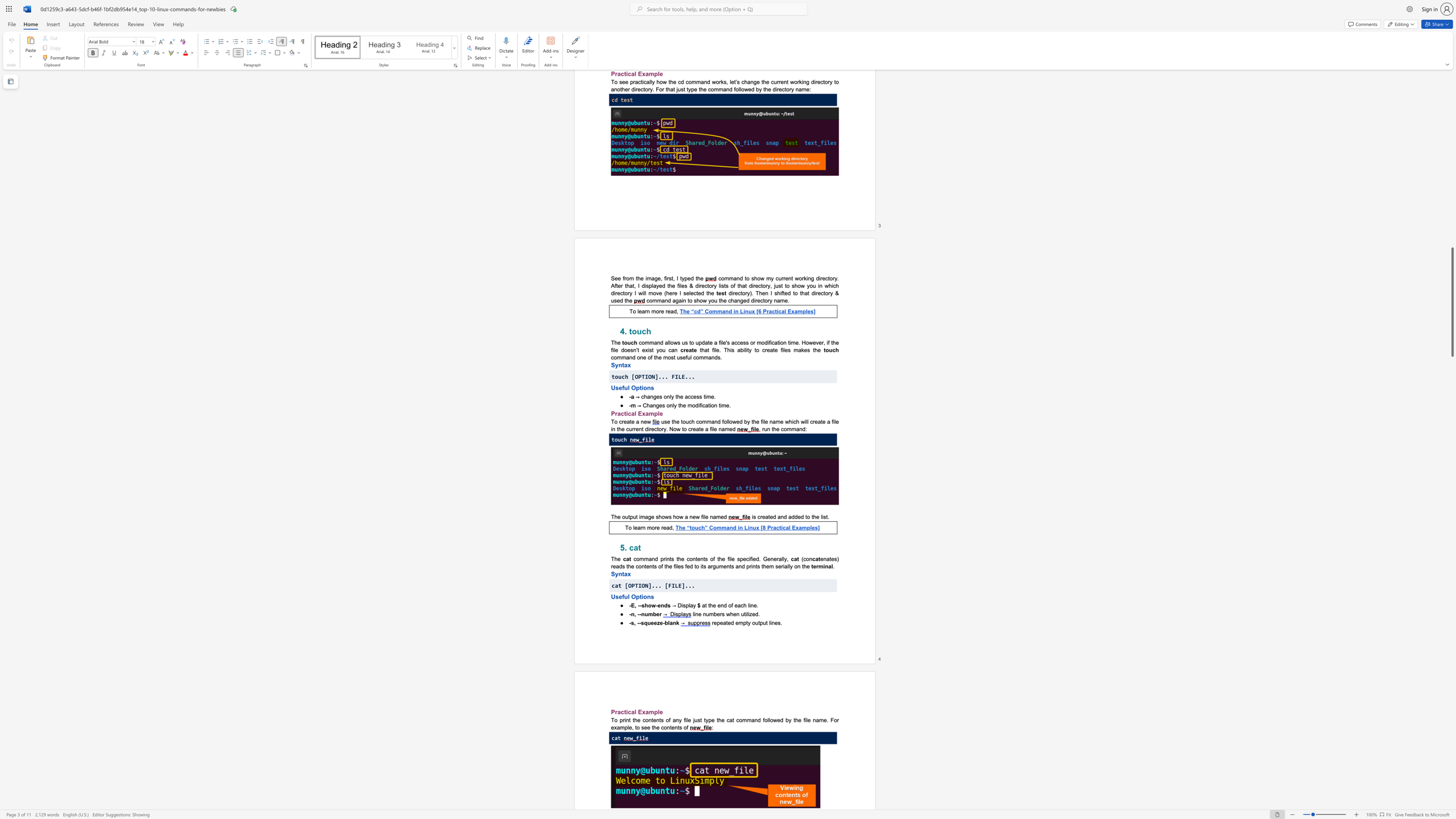 The height and width of the screenshot is (819, 1456). I want to click on the 1th character "a" in the text, so click(638, 527).